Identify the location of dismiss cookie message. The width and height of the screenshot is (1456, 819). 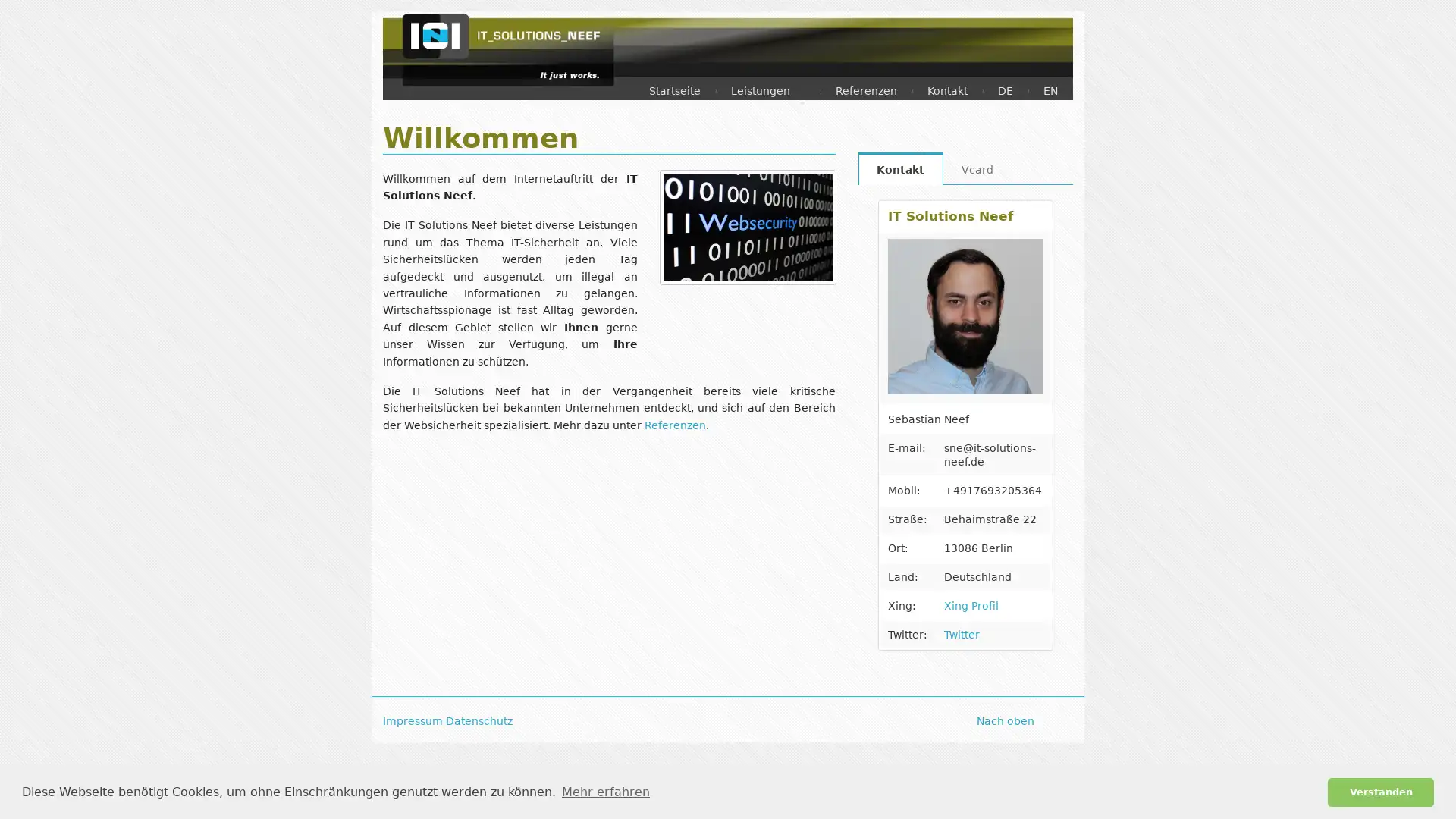
(1380, 791).